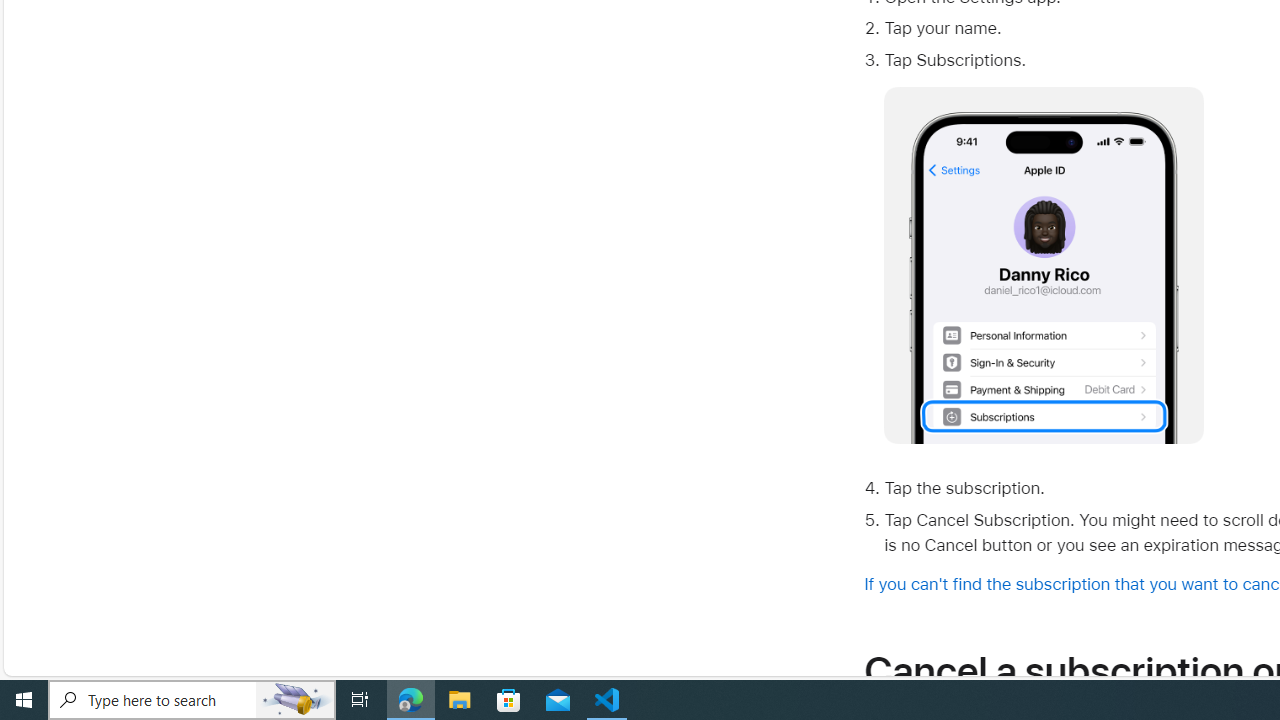 The image size is (1280, 720). I want to click on 'No alt supplied for Image', so click(1043, 265).